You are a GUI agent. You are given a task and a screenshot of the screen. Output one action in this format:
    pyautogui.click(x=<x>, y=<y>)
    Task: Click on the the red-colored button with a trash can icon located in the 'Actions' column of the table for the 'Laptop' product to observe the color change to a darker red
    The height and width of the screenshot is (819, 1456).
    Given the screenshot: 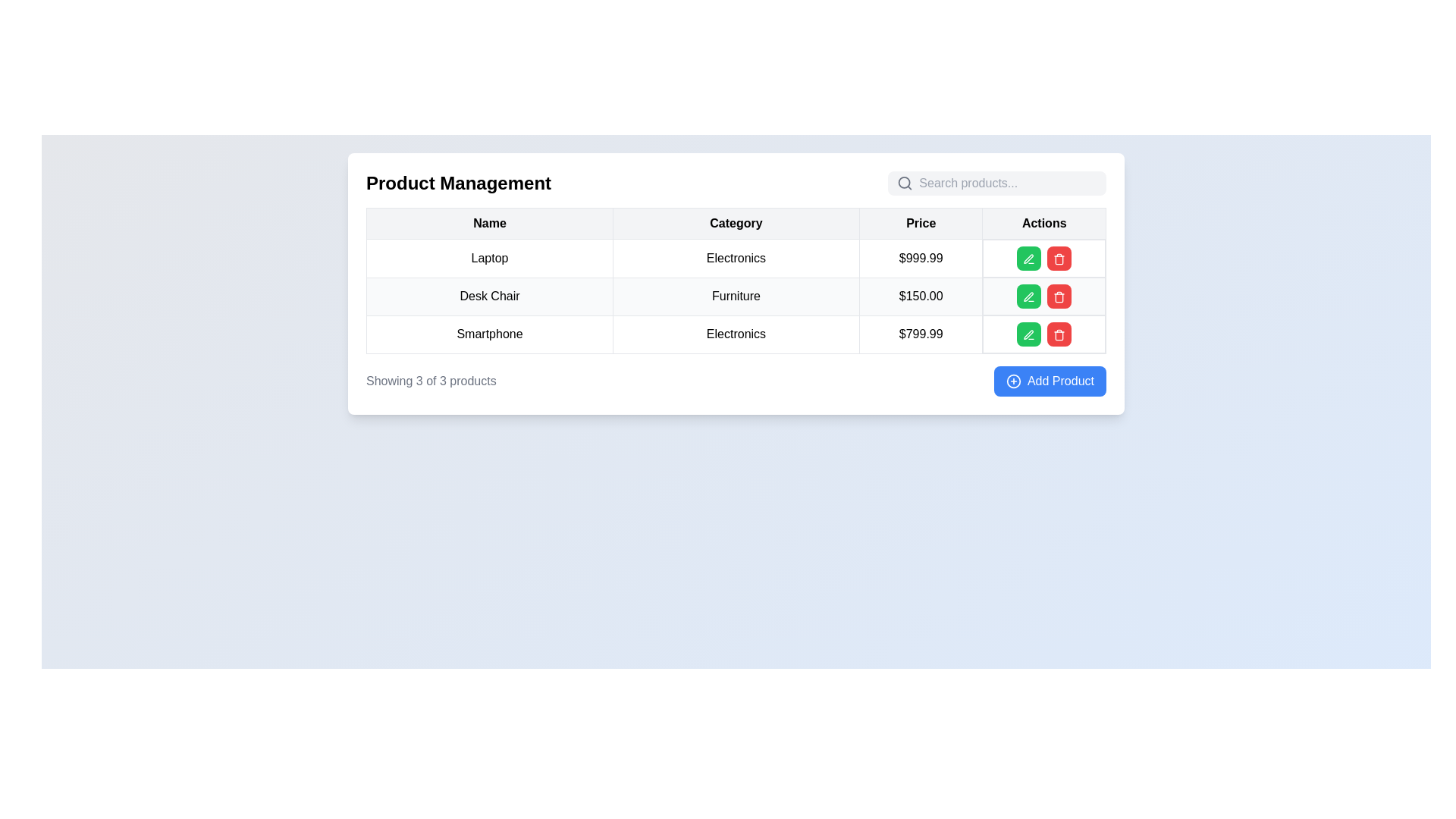 What is the action you would take?
    pyautogui.click(x=1059, y=257)
    